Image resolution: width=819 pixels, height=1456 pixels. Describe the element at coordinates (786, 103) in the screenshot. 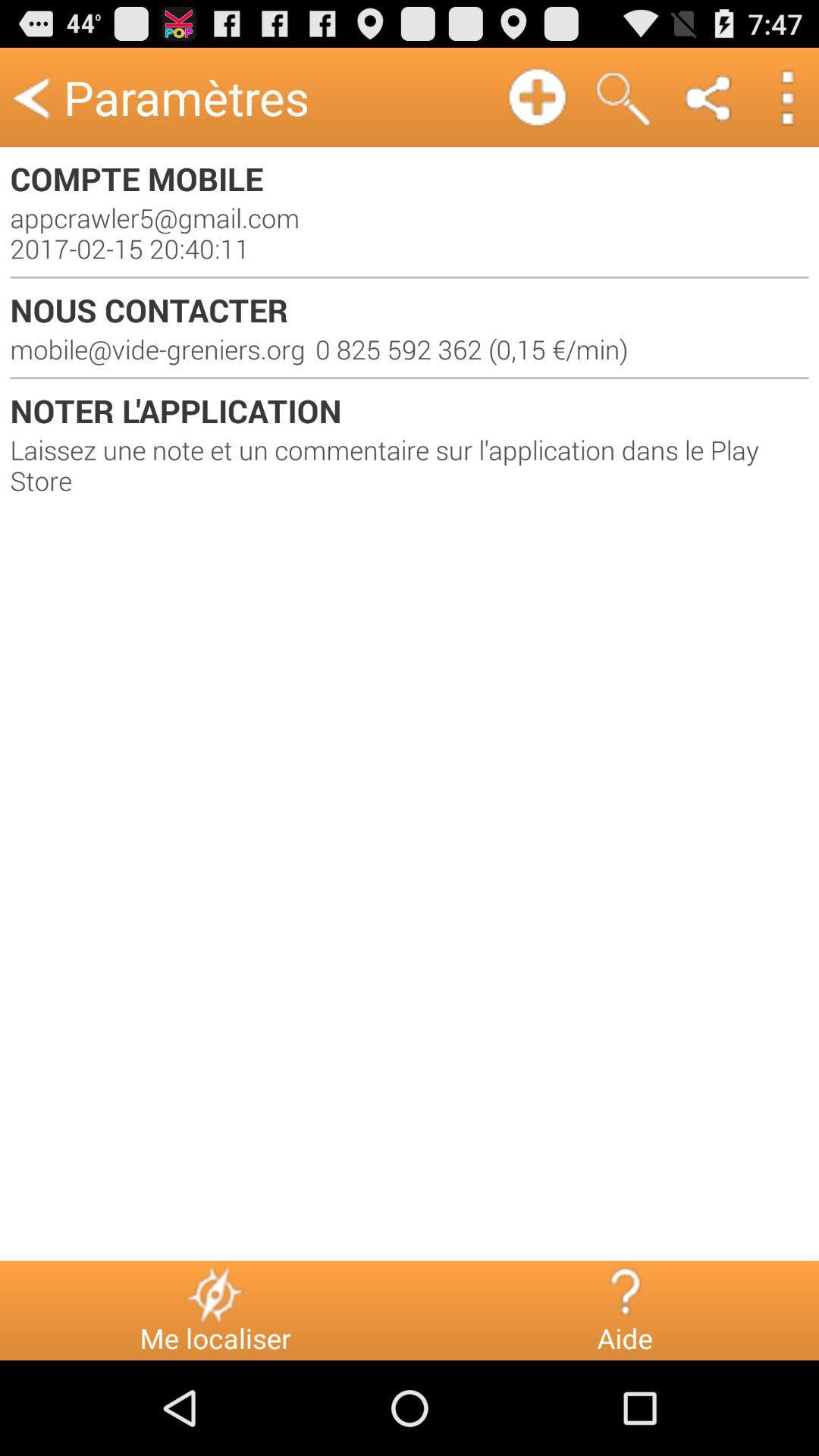

I see `the more icon` at that location.